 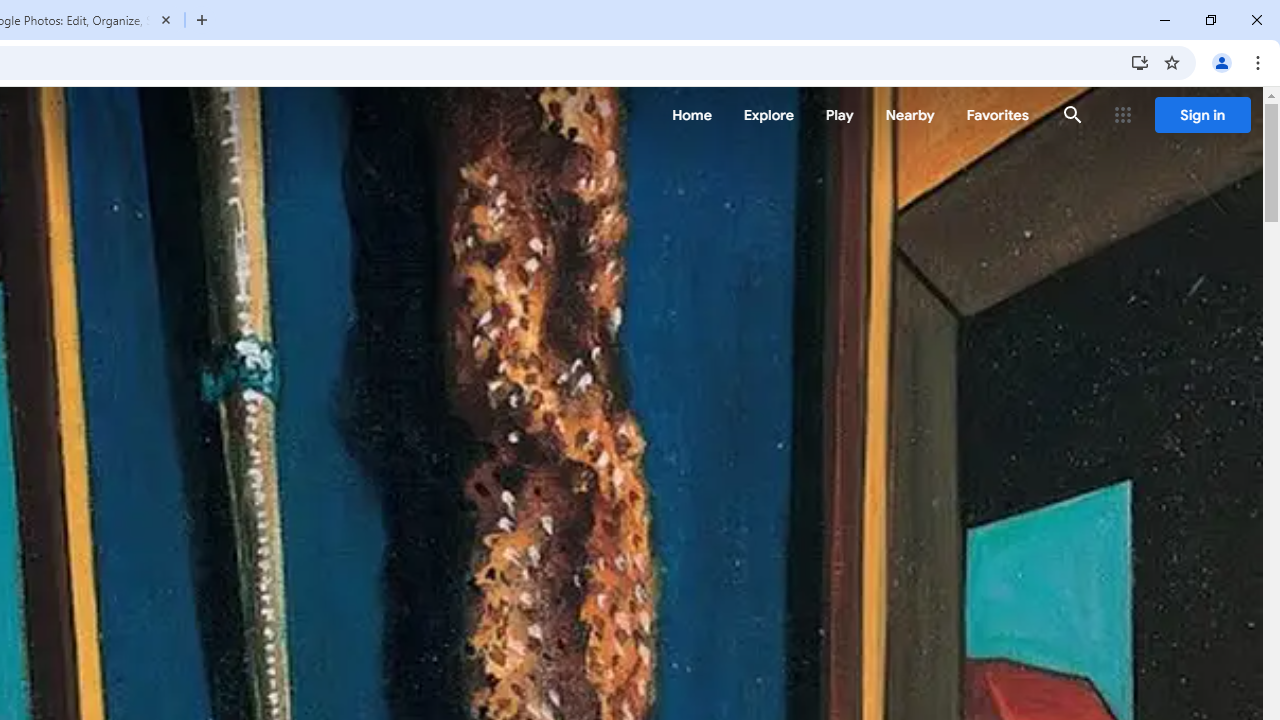 What do you see at coordinates (691, 115) in the screenshot?
I see `'Home'` at bounding box center [691, 115].